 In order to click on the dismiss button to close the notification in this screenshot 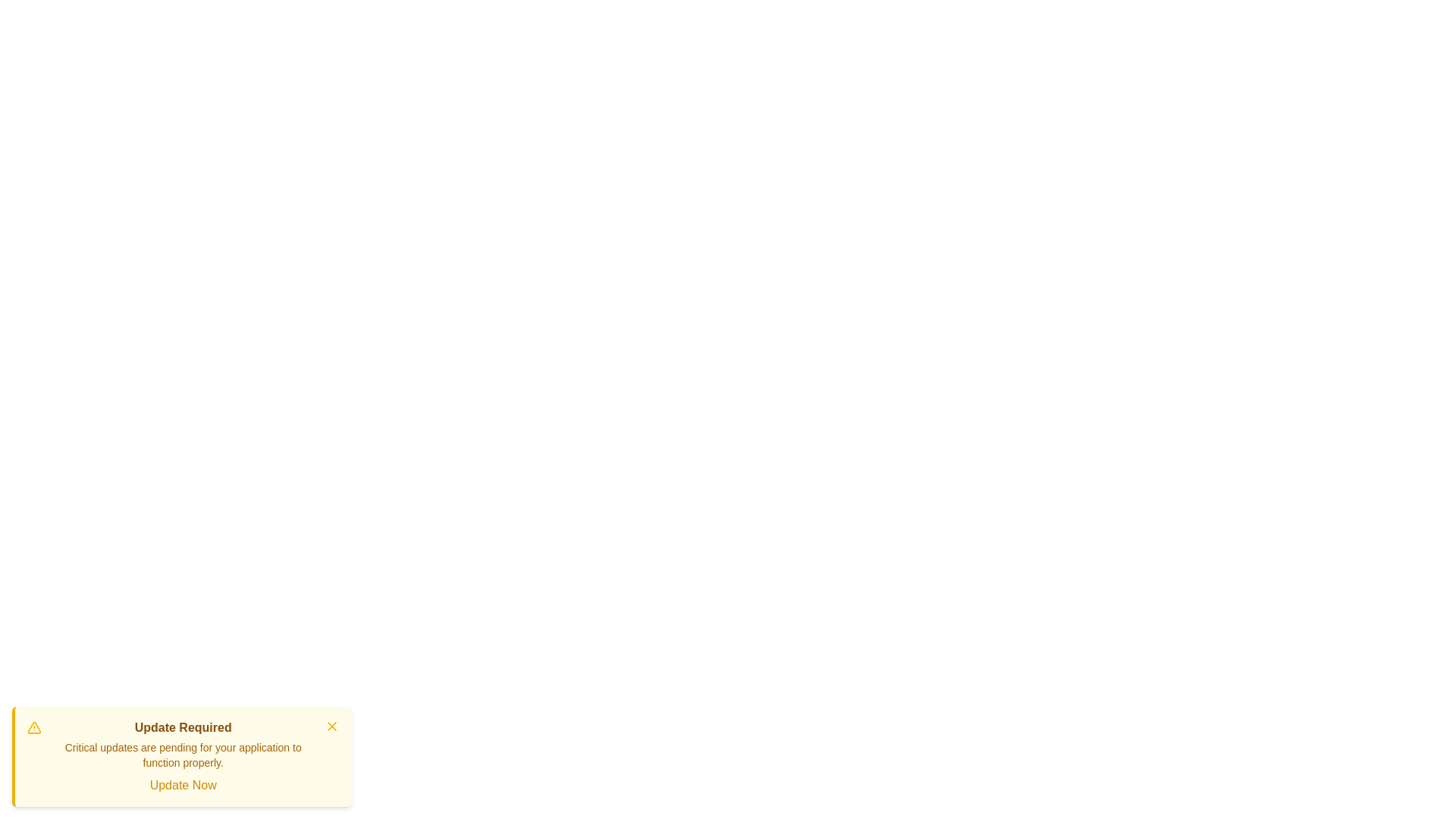, I will do `click(331, 725)`.